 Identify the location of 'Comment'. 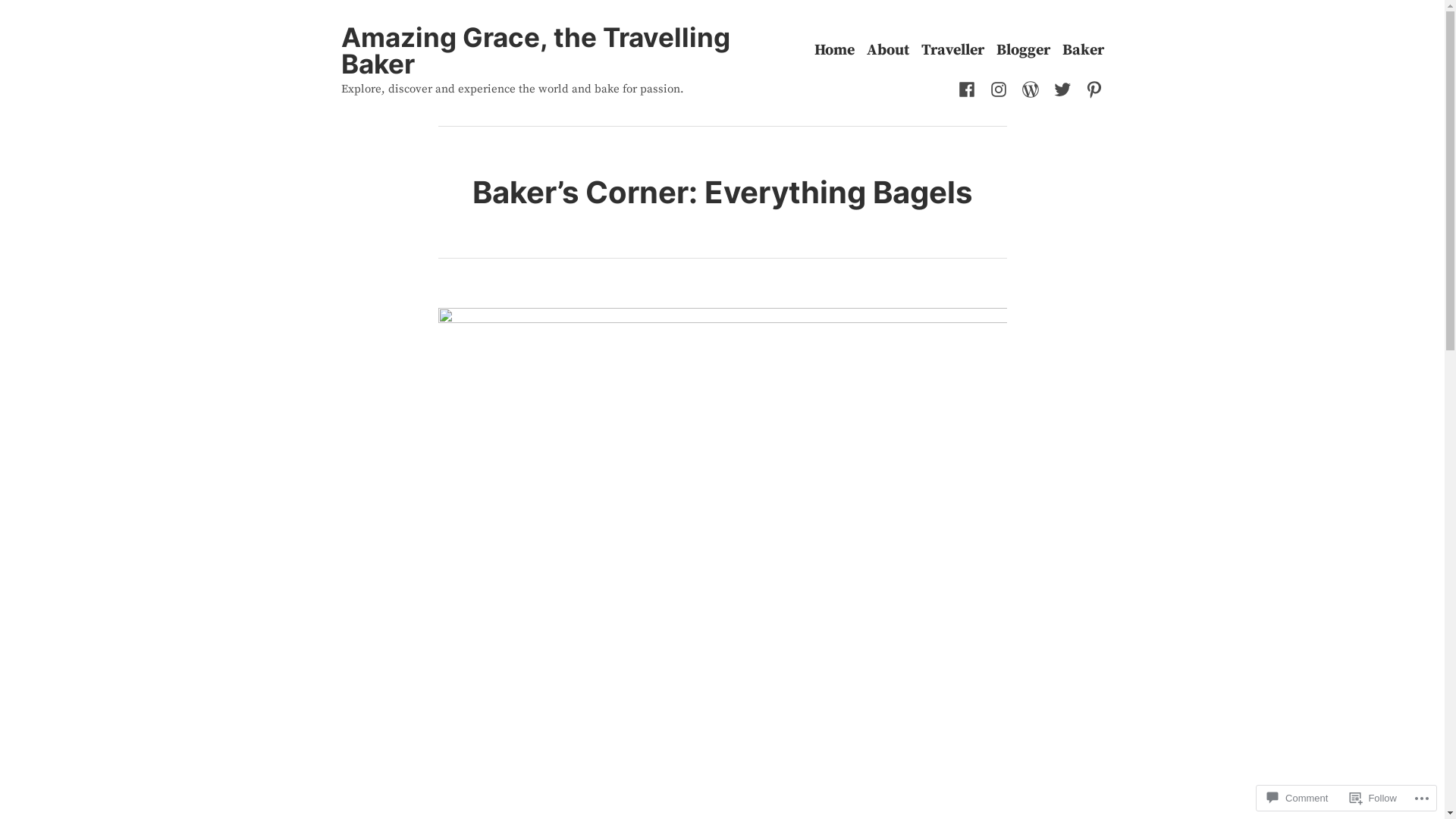
(1296, 797).